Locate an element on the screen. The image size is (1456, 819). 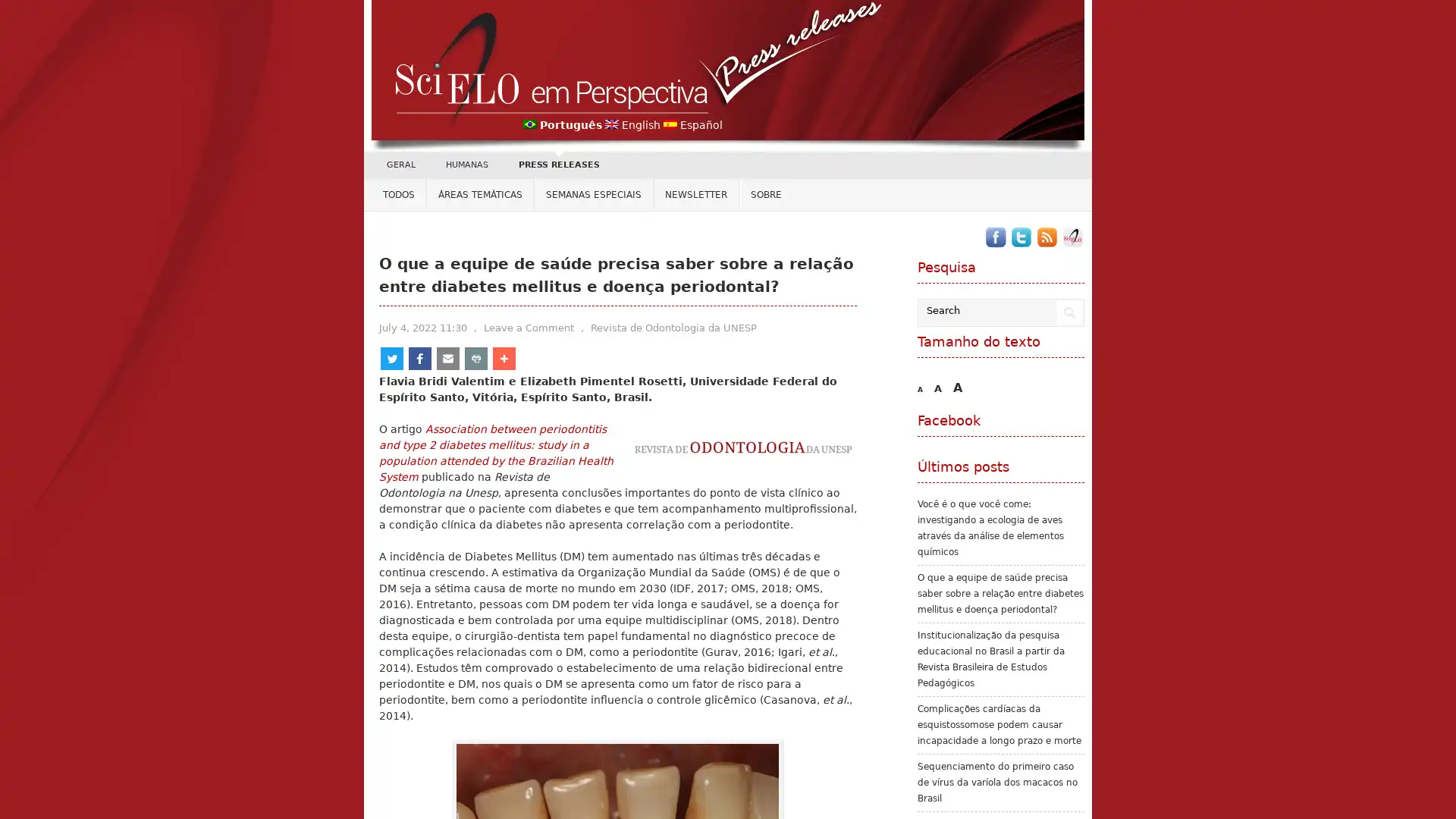
Share to Twitter Twitter is located at coordinates (413, 359).